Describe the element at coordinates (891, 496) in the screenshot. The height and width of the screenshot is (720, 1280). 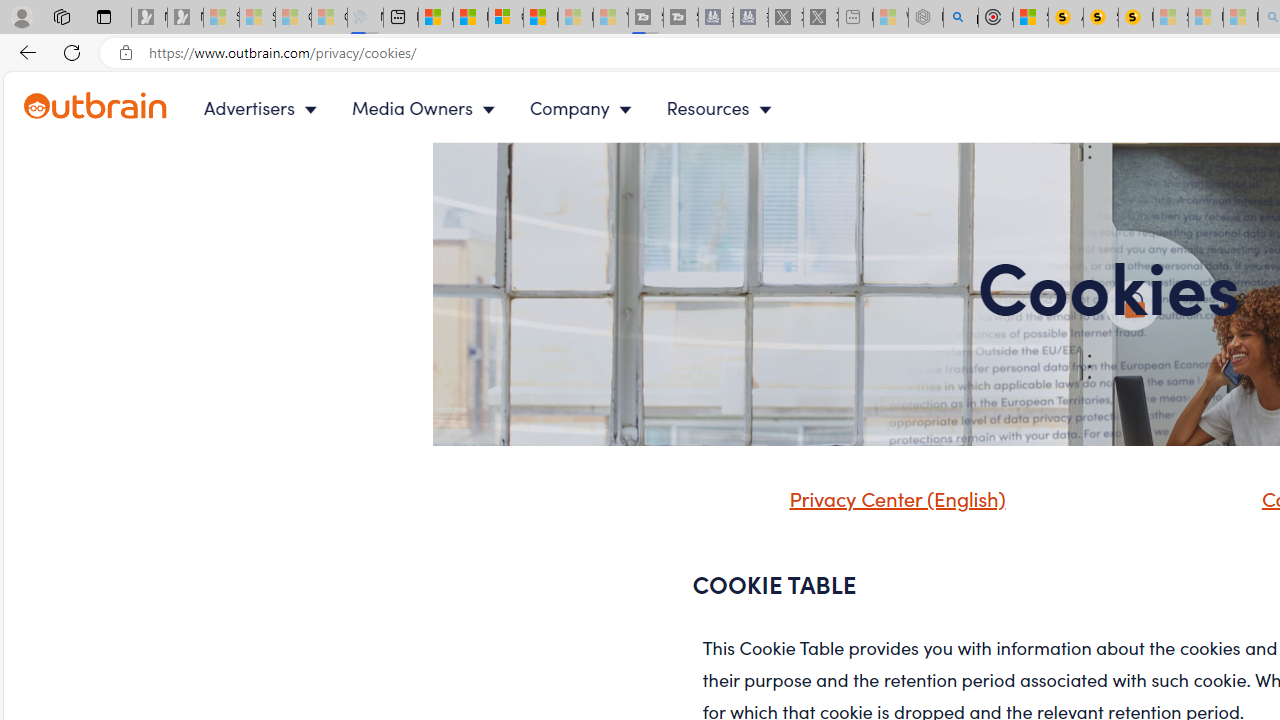
I see `'Privacy Center (English)'` at that location.